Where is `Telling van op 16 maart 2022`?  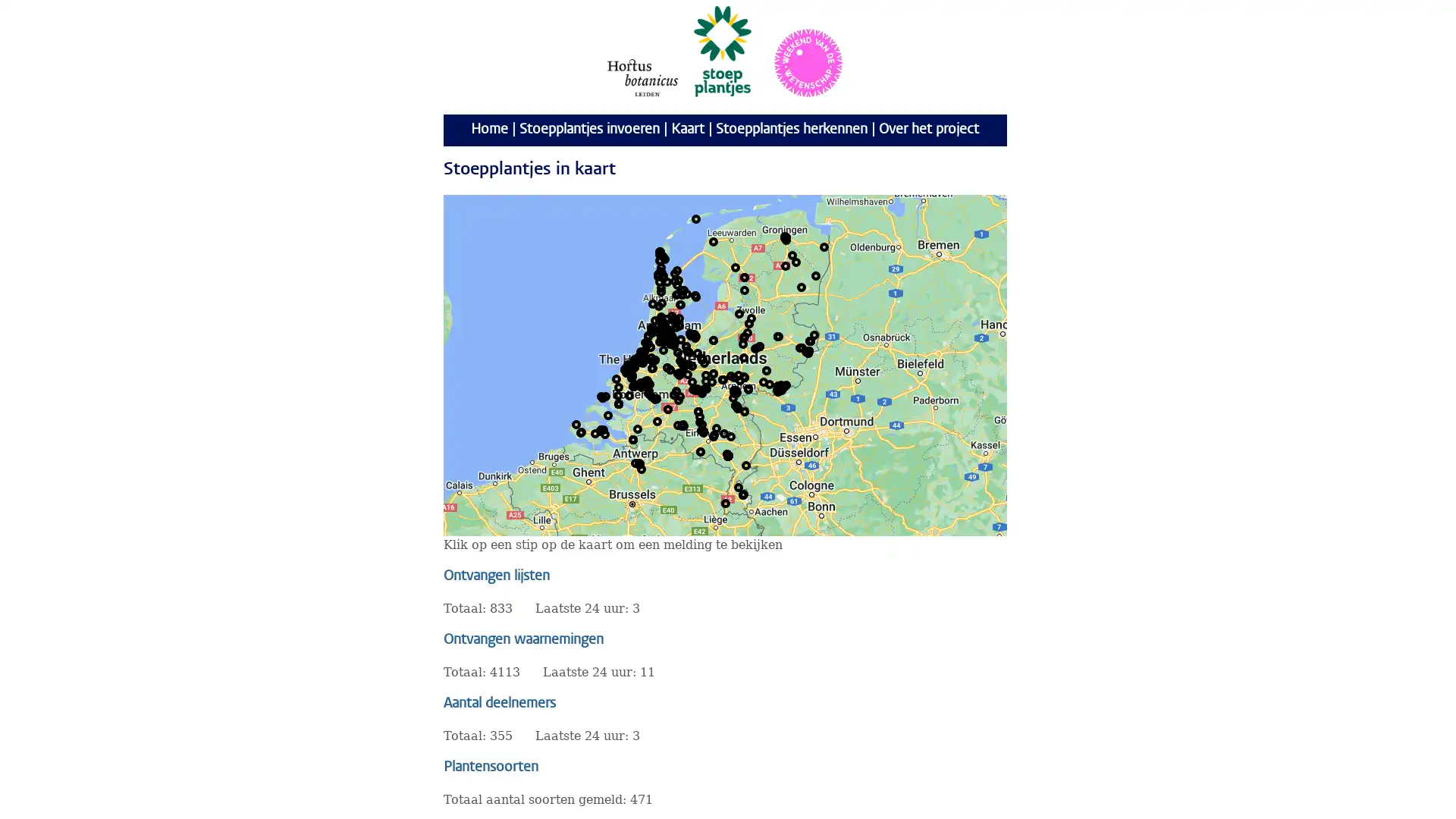
Telling van op 16 maart 2022 is located at coordinates (659, 281).